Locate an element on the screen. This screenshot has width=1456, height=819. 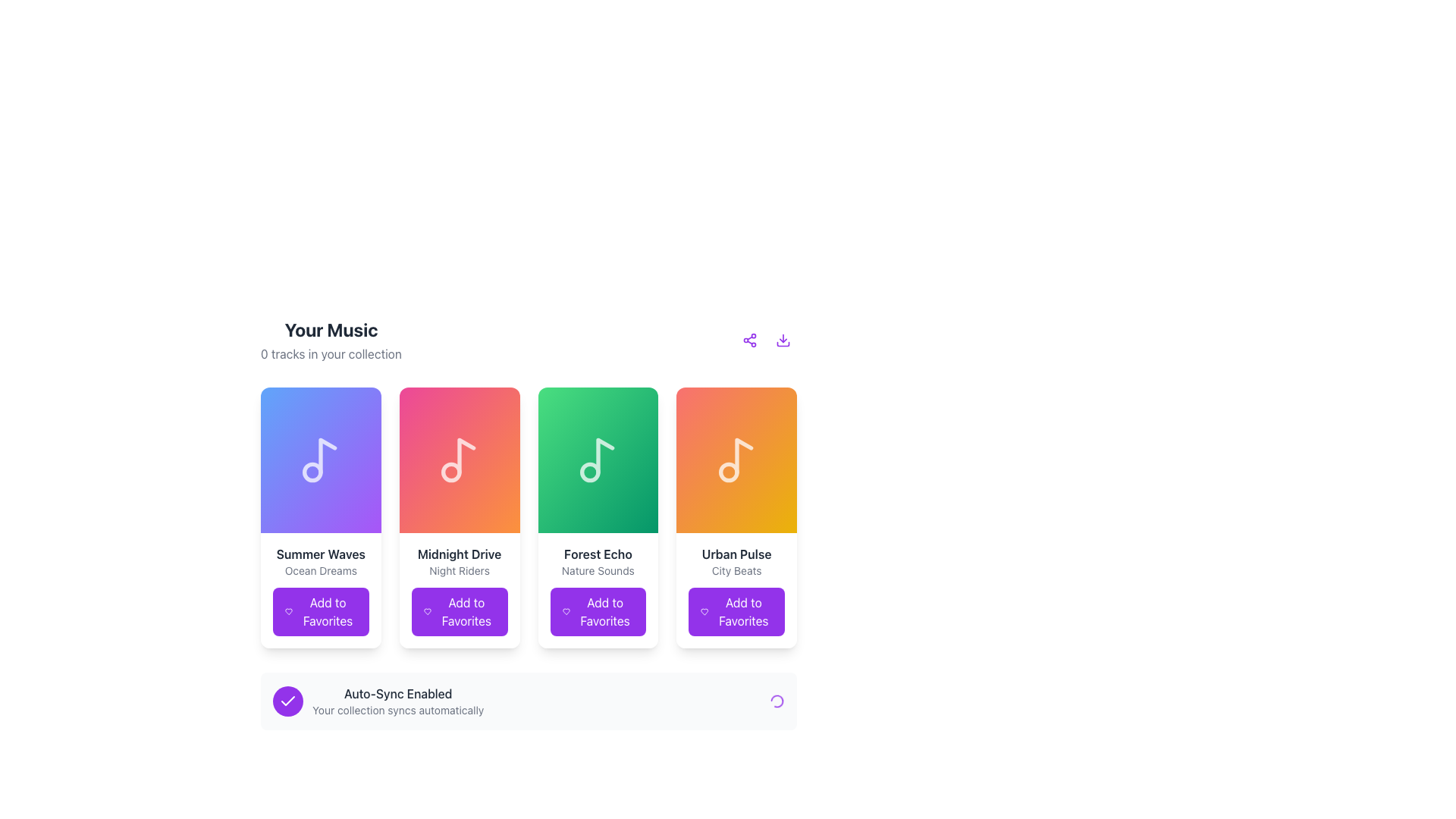
the 'Nature Sounds' text label, which is the second textual component in the third card of a horizontally arranged grid, located below 'Forest Echo' and above the 'Add to Favorites' button is located at coordinates (597, 570).